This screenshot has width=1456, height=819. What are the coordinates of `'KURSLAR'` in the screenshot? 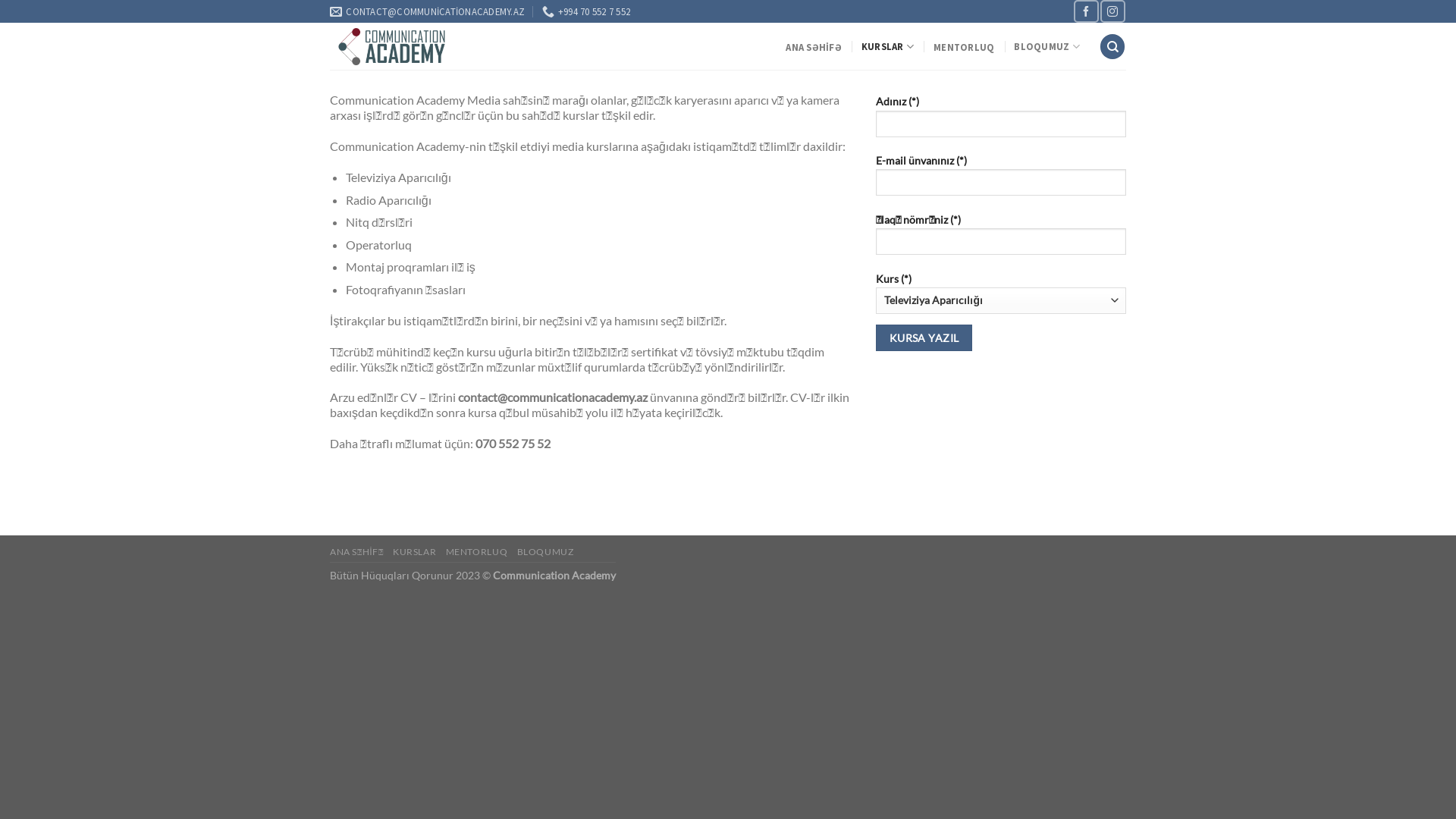 It's located at (887, 45).